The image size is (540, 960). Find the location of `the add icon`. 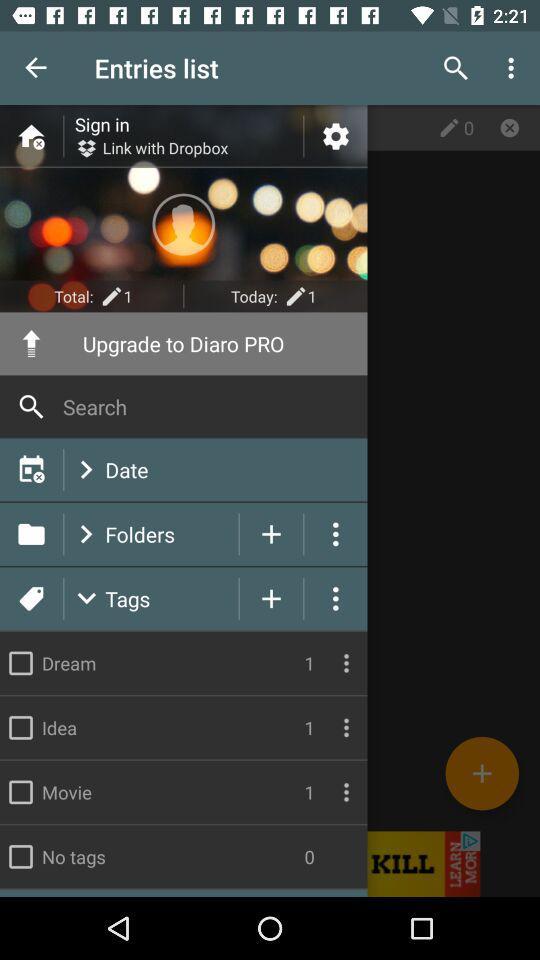

the add icon is located at coordinates (481, 772).